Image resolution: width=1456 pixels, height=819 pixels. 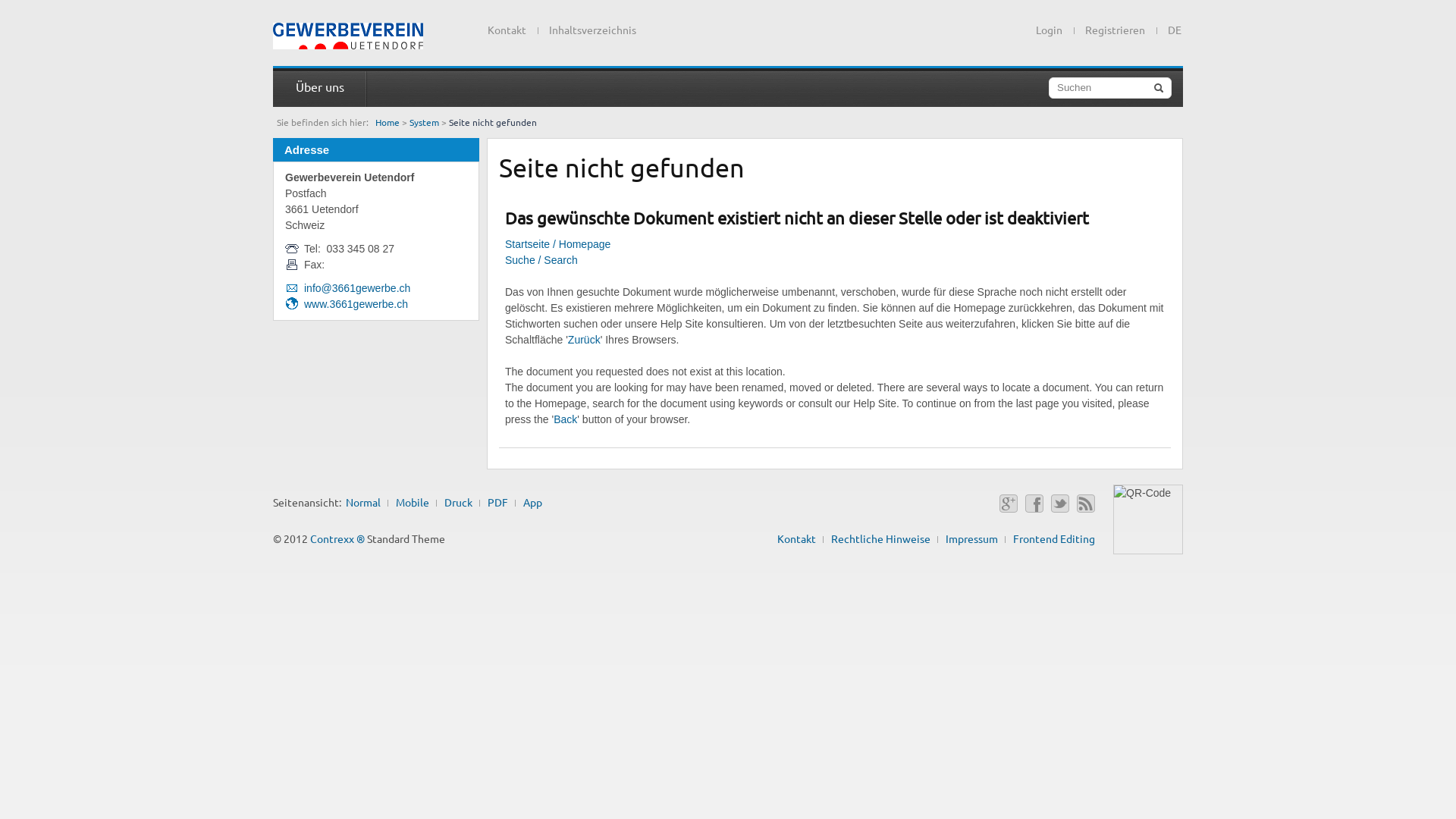 I want to click on 'Suchen', so click(x=1110, y=87).